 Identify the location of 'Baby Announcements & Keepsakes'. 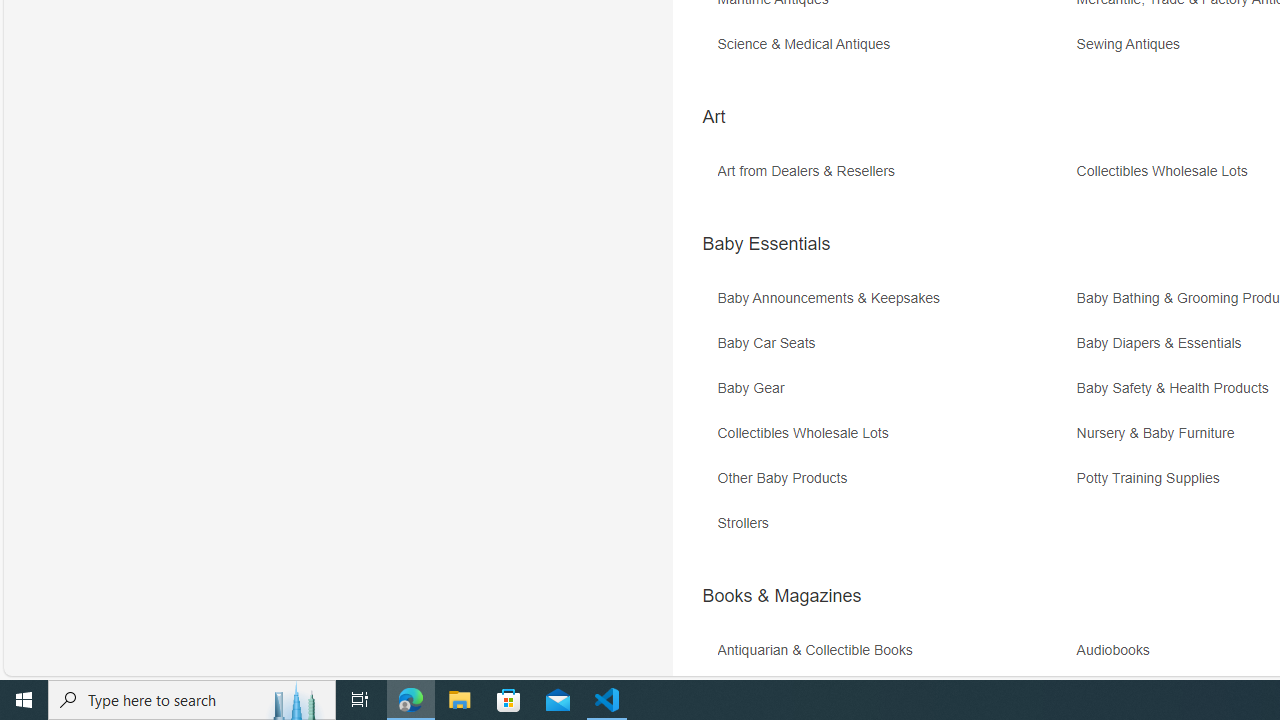
(833, 298).